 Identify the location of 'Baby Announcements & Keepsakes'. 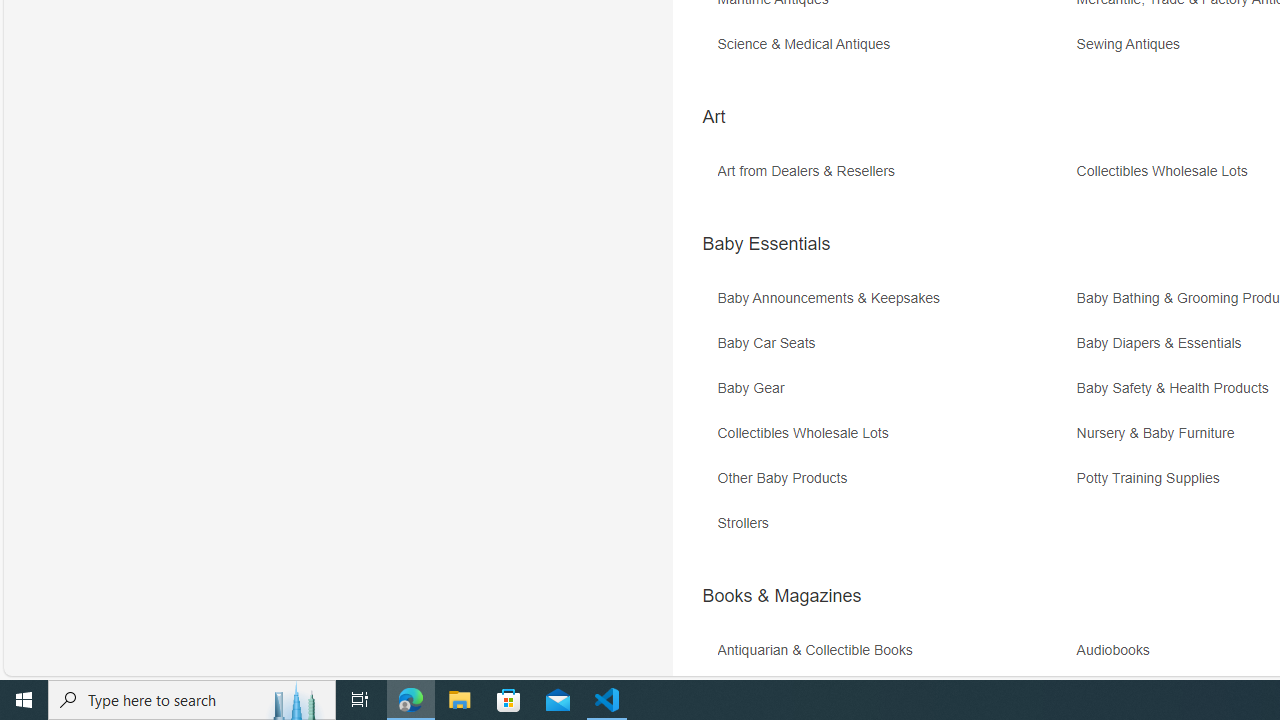
(833, 298).